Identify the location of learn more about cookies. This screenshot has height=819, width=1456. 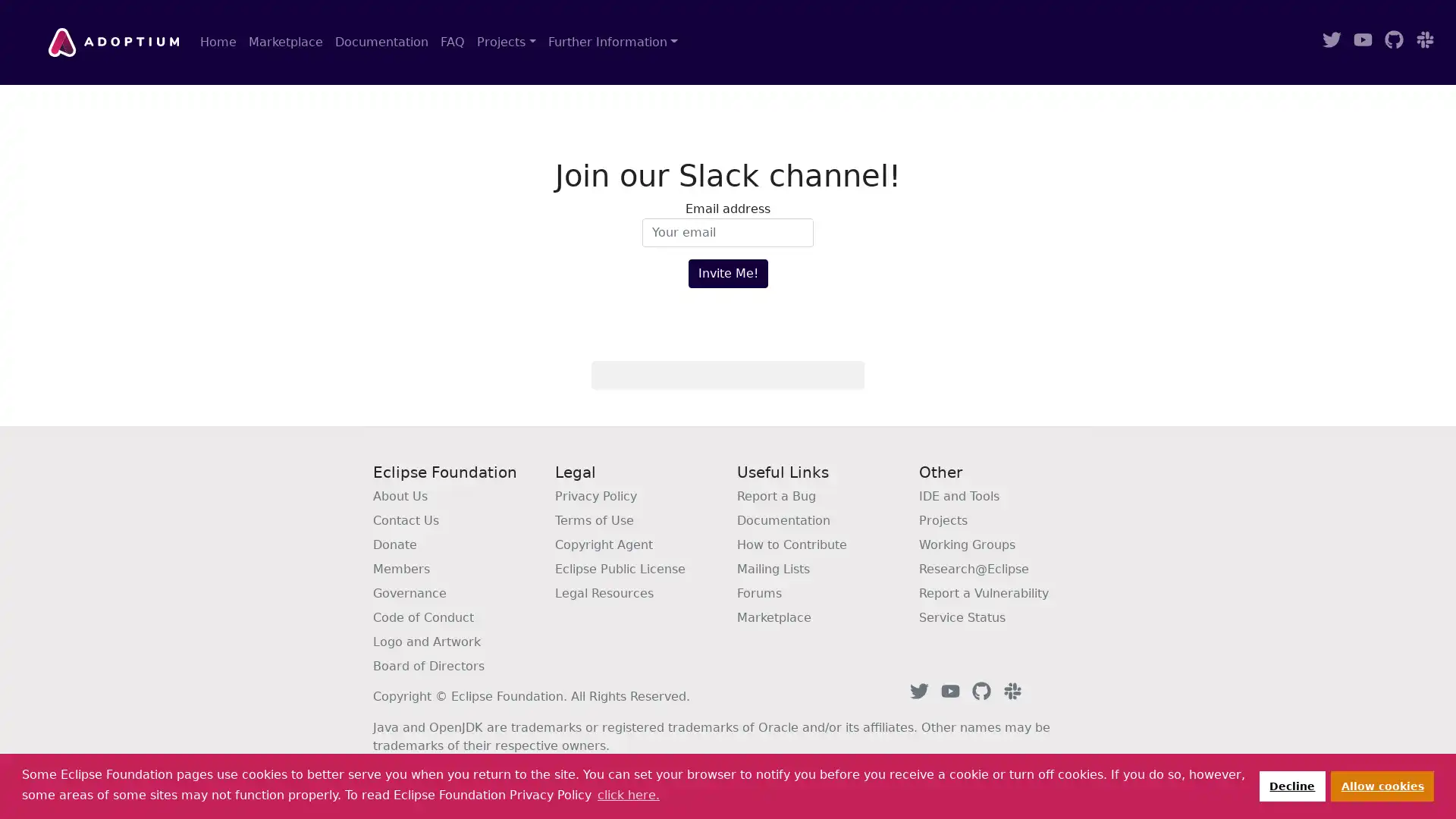
(628, 794).